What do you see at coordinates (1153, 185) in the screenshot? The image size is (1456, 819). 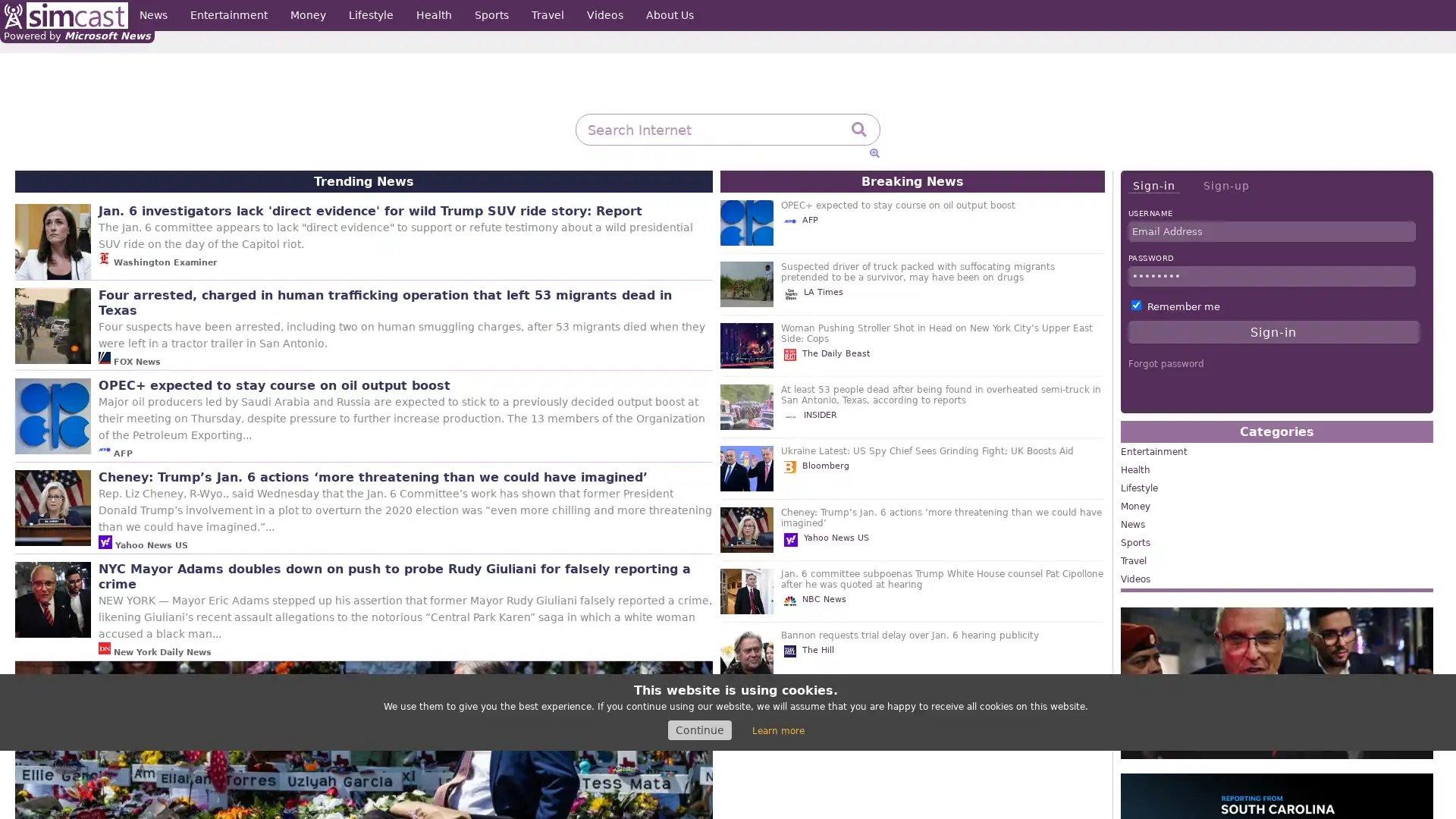 I see `Sign-in` at bounding box center [1153, 185].